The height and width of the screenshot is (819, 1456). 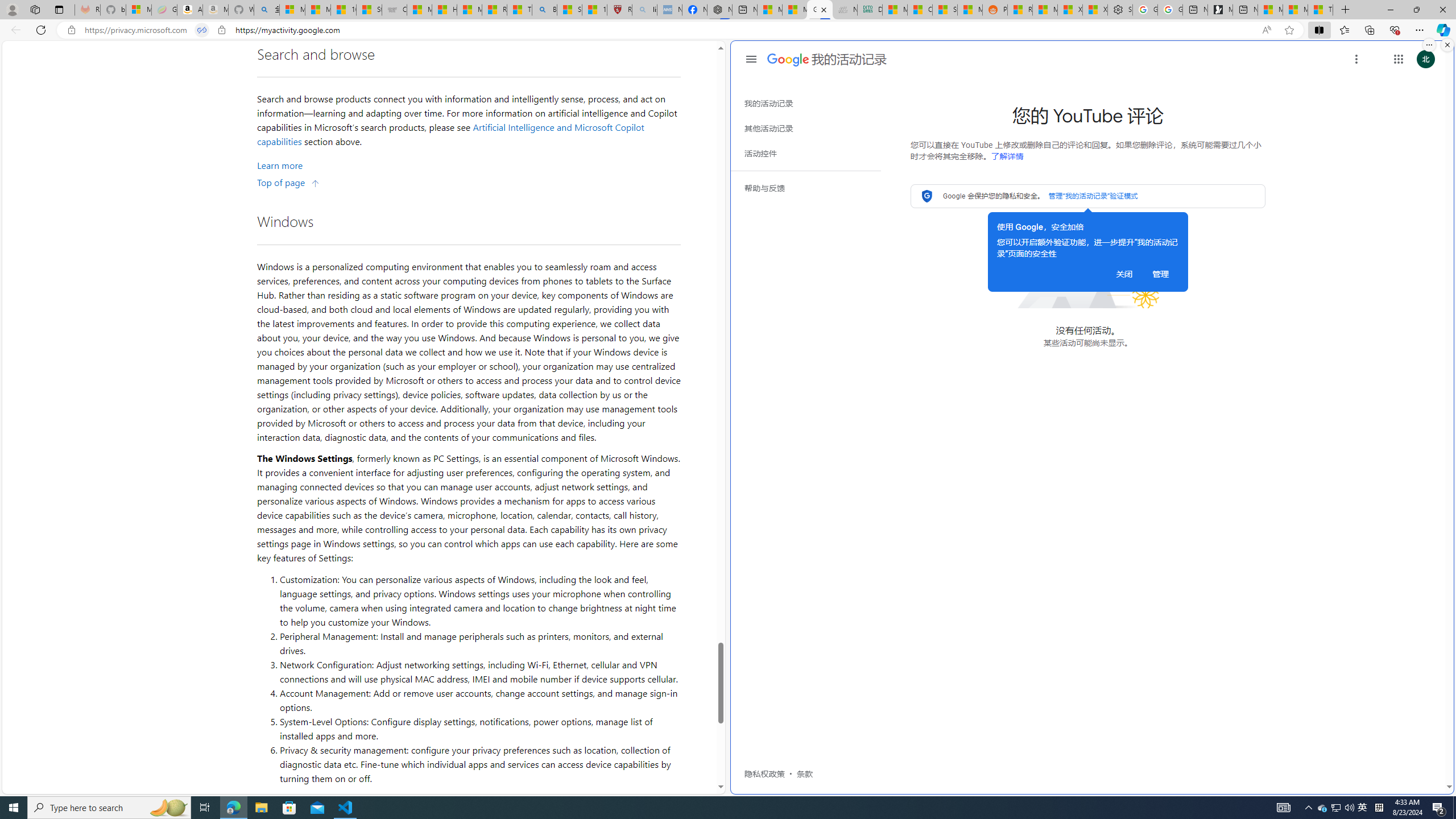 What do you see at coordinates (1345, 29) in the screenshot?
I see `'Favorites'` at bounding box center [1345, 29].